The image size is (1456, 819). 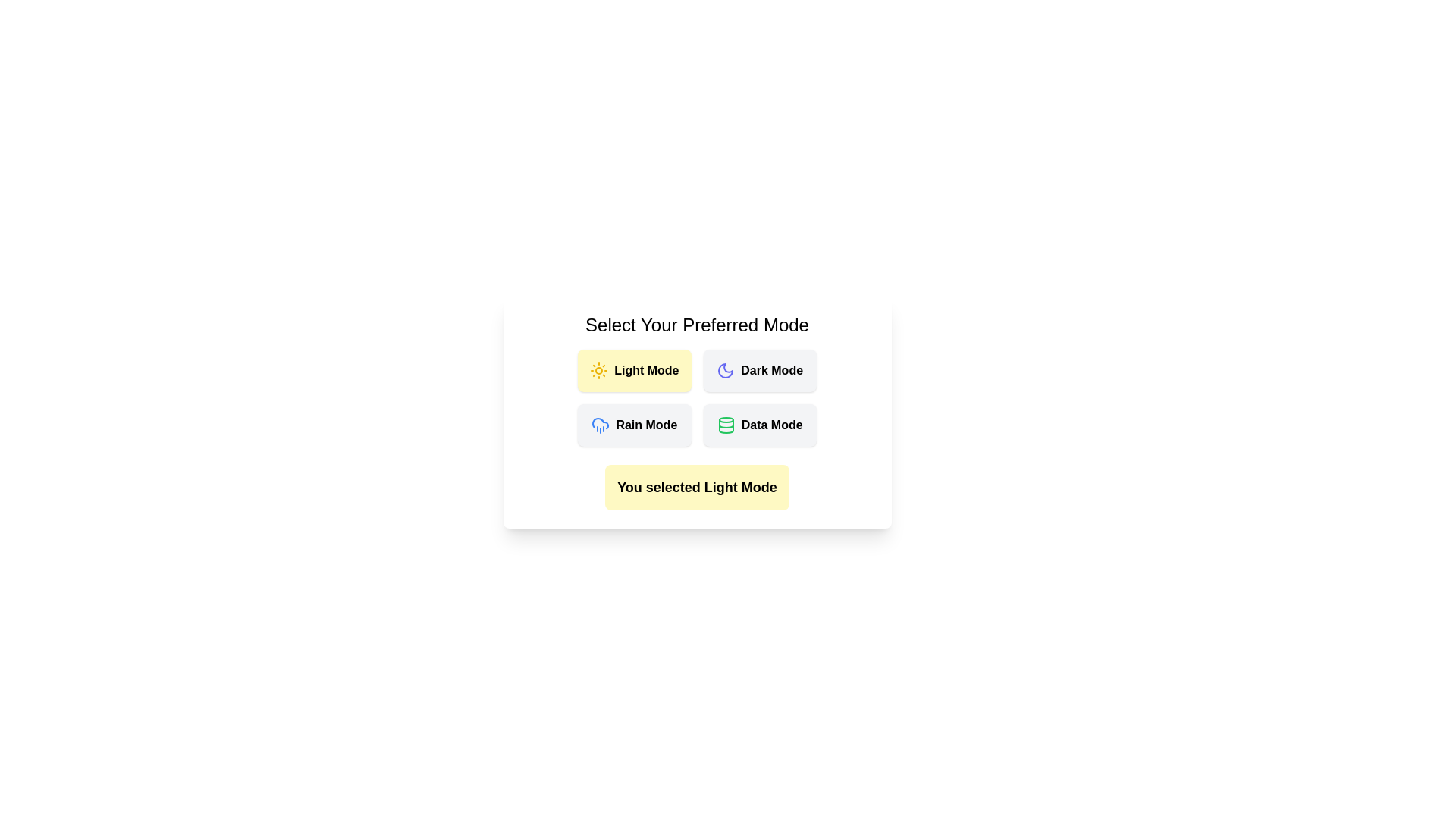 What do you see at coordinates (634, 425) in the screenshot?
I see `the 'Rain Mode' button, which is a light gray rectangular button with rounded corners featuring a blue cloud icon and black text, located in the lower left section of the mode selectors` at bounding box center [634, 425].